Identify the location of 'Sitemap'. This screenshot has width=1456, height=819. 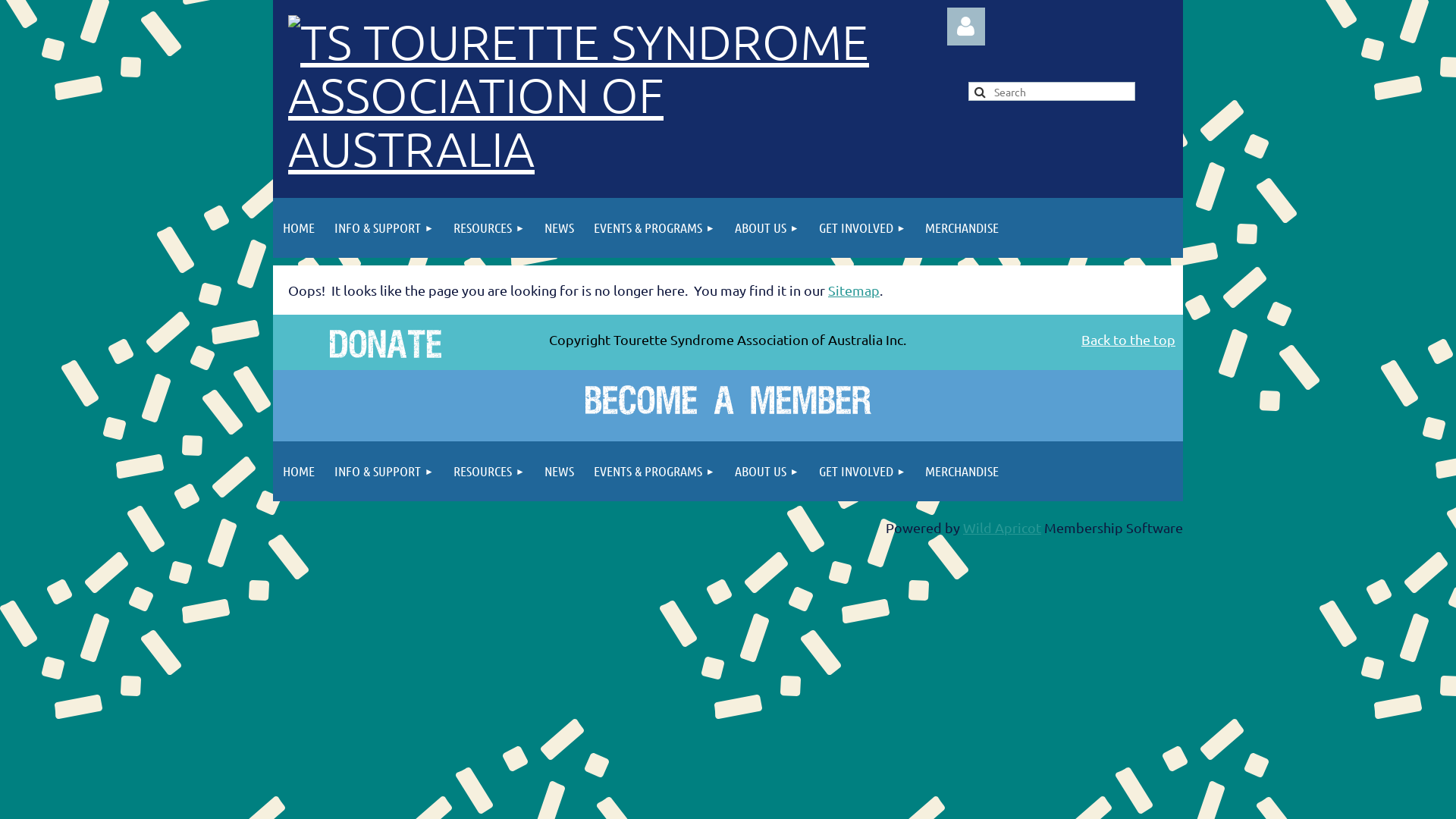
(827, 290).